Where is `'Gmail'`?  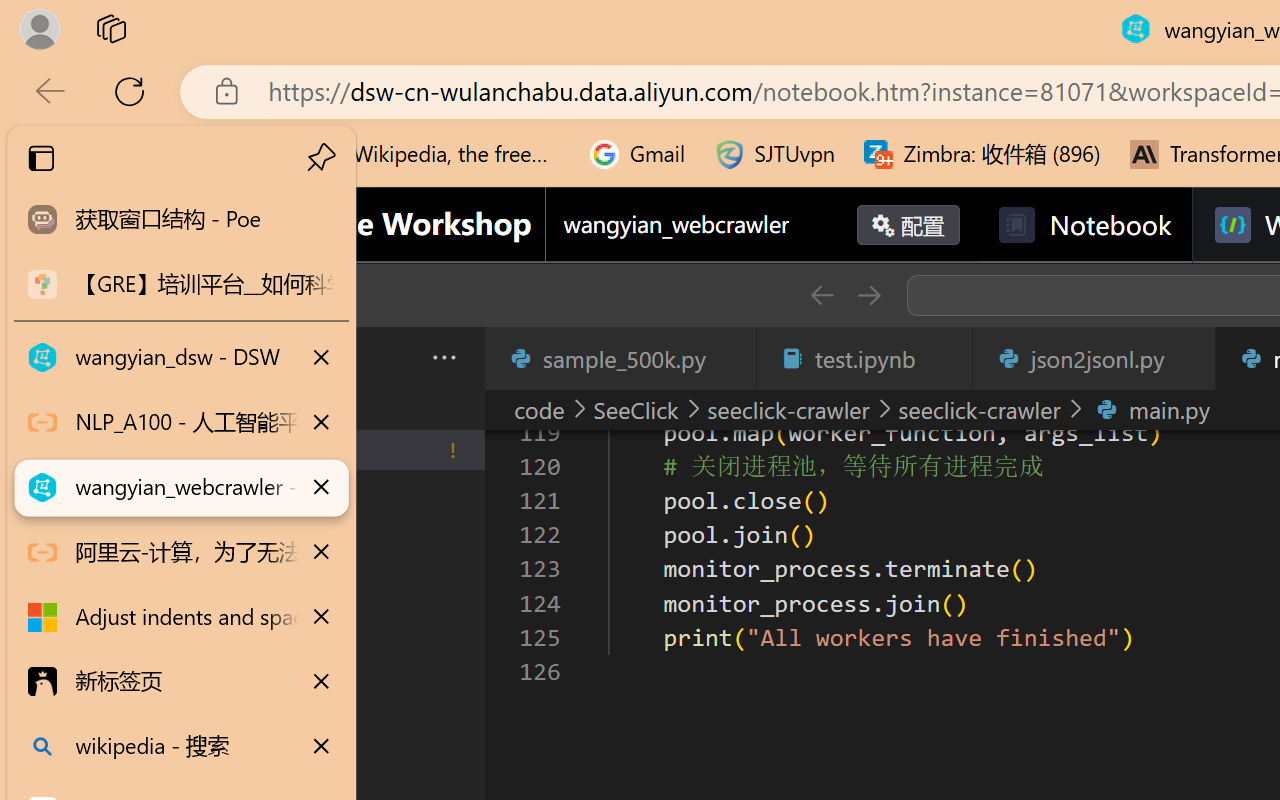
'Gmail' is located at coordinates (637, 154).